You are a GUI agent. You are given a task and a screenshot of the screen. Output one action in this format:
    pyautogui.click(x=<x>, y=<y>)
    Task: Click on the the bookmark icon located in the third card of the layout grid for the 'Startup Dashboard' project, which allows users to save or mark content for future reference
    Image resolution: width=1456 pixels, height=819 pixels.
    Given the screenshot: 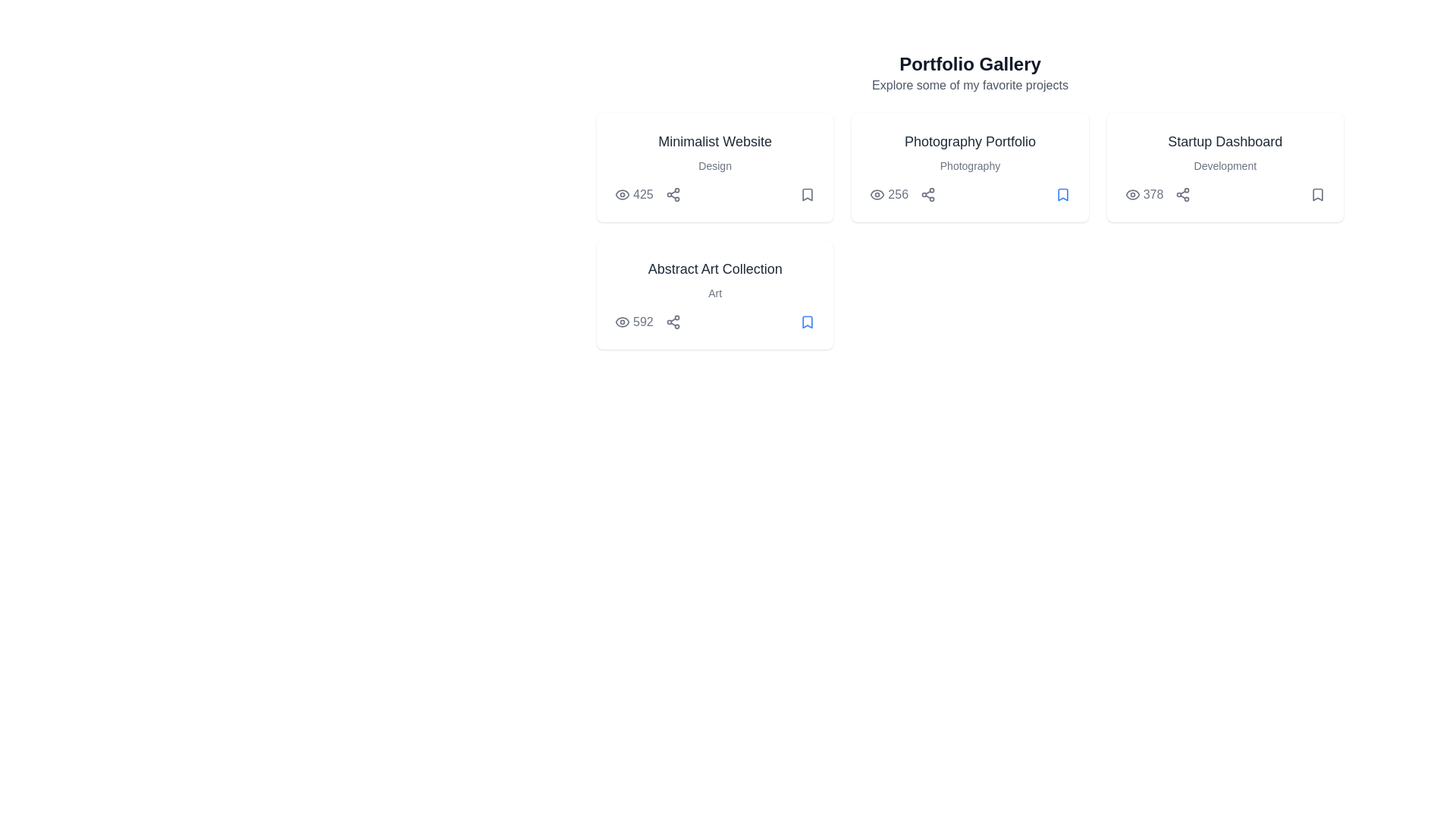 What is the action you would take?
    pyautogui.click(x=1316, y=194)
    